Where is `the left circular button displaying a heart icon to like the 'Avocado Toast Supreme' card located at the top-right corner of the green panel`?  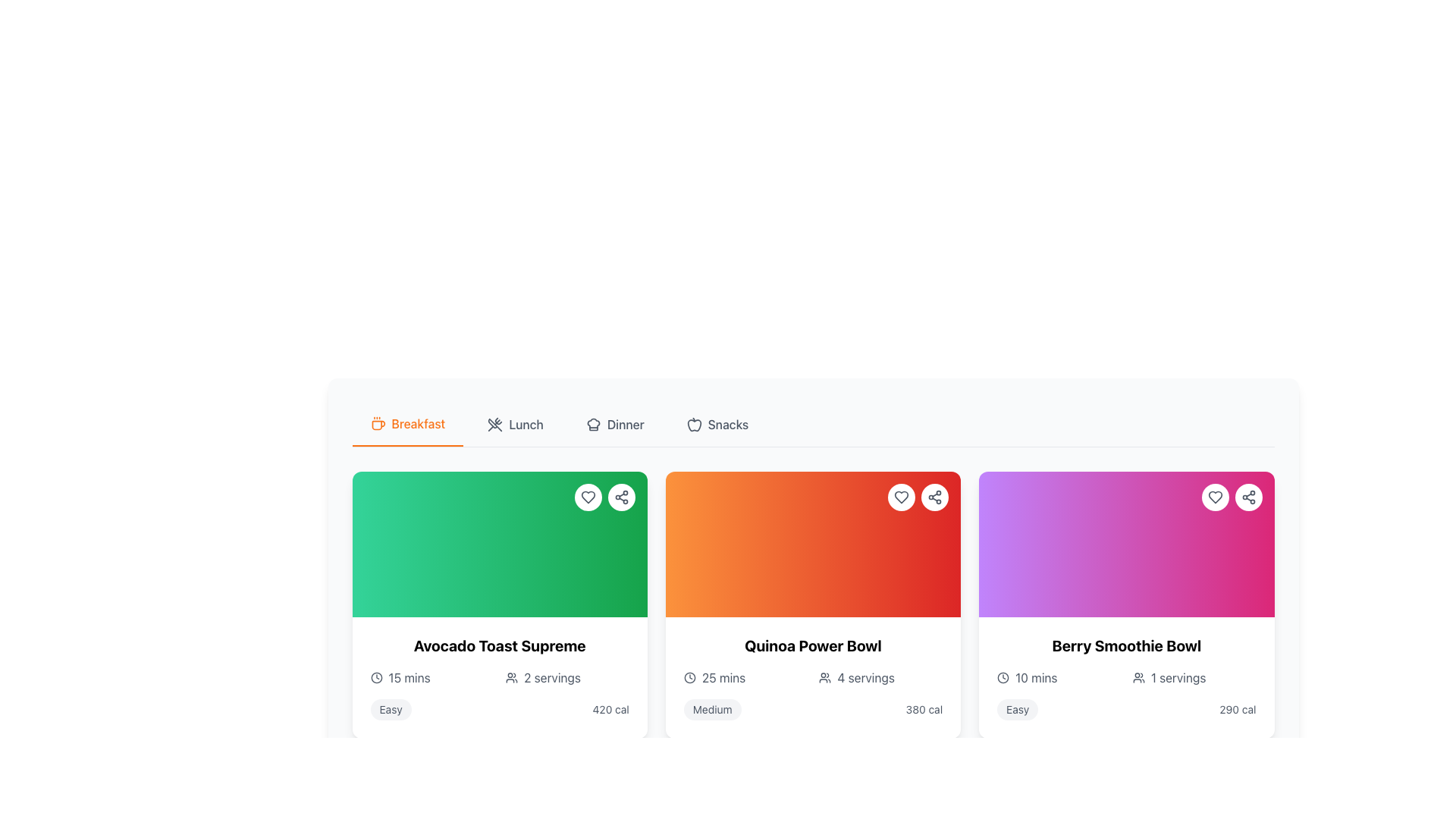
the left circular button displaying a heart icon to like the 'Avocado Toast Supreme' card located at the top-right corner of the green panel is located at coordinates (604, 497).